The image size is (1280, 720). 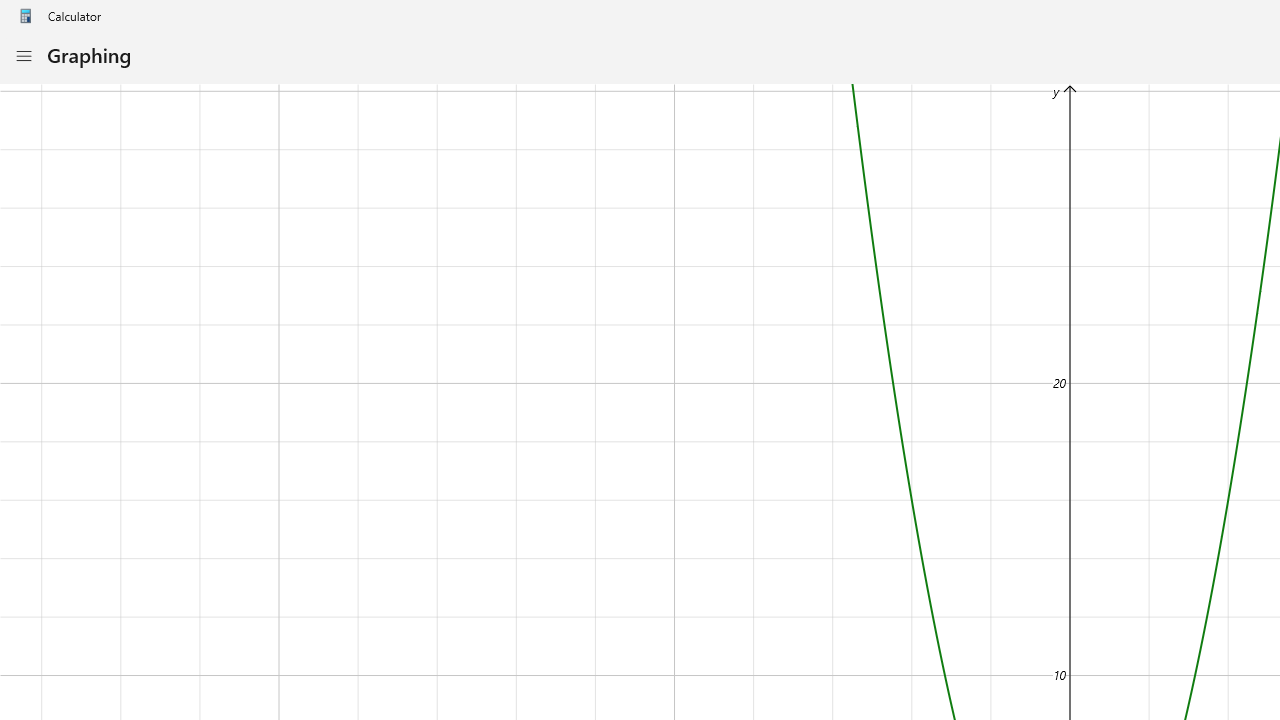 I want to click on 'Open Navigation', so click(x=23, y=55).